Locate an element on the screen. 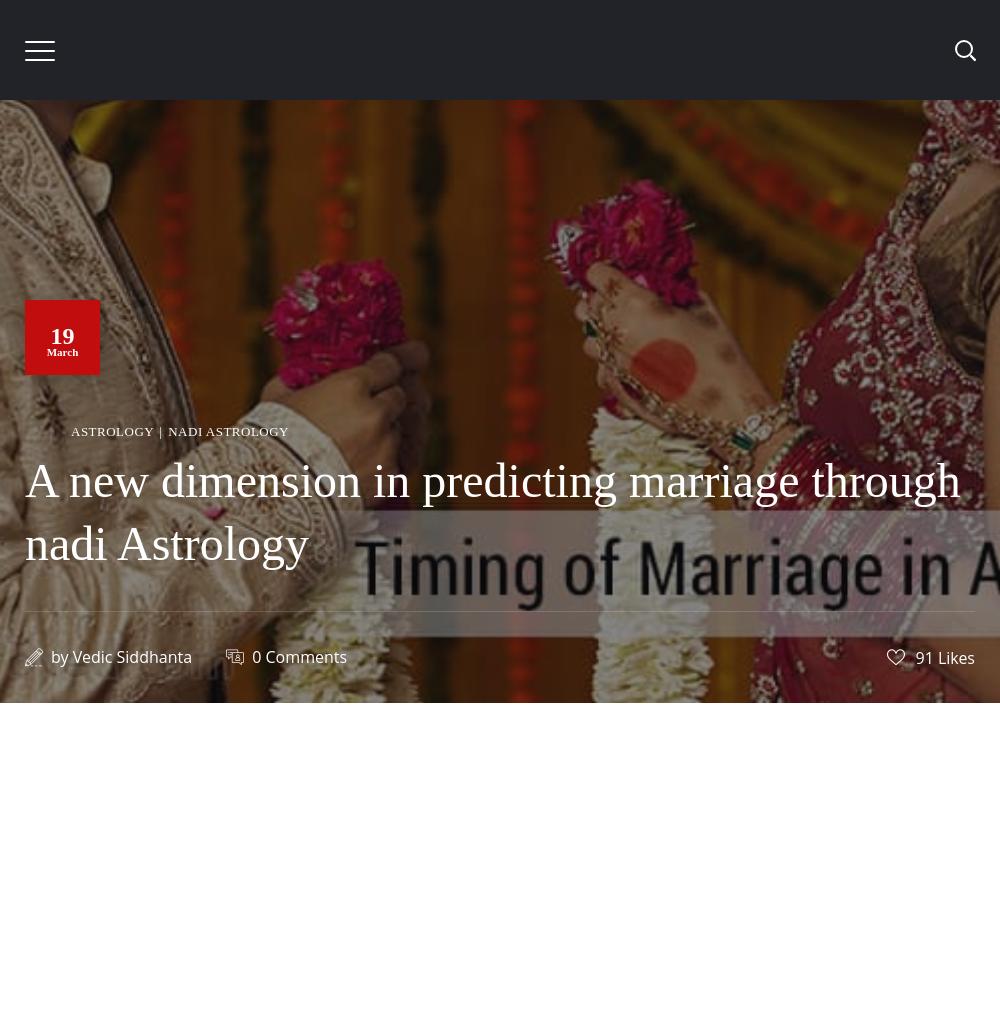 This screenshot has width=1000, height=1020. '0 Comments' is located at coordinates (252, 655).